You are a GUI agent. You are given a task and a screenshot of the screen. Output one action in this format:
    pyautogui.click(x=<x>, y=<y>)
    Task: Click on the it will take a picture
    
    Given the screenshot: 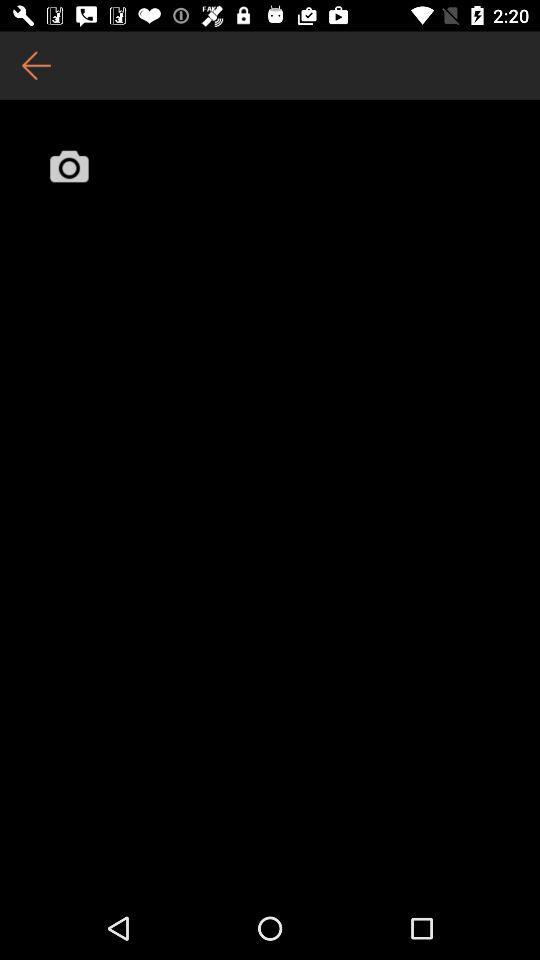 What is the action you would take?
    pyautogui.click(x=68, y=165)
    